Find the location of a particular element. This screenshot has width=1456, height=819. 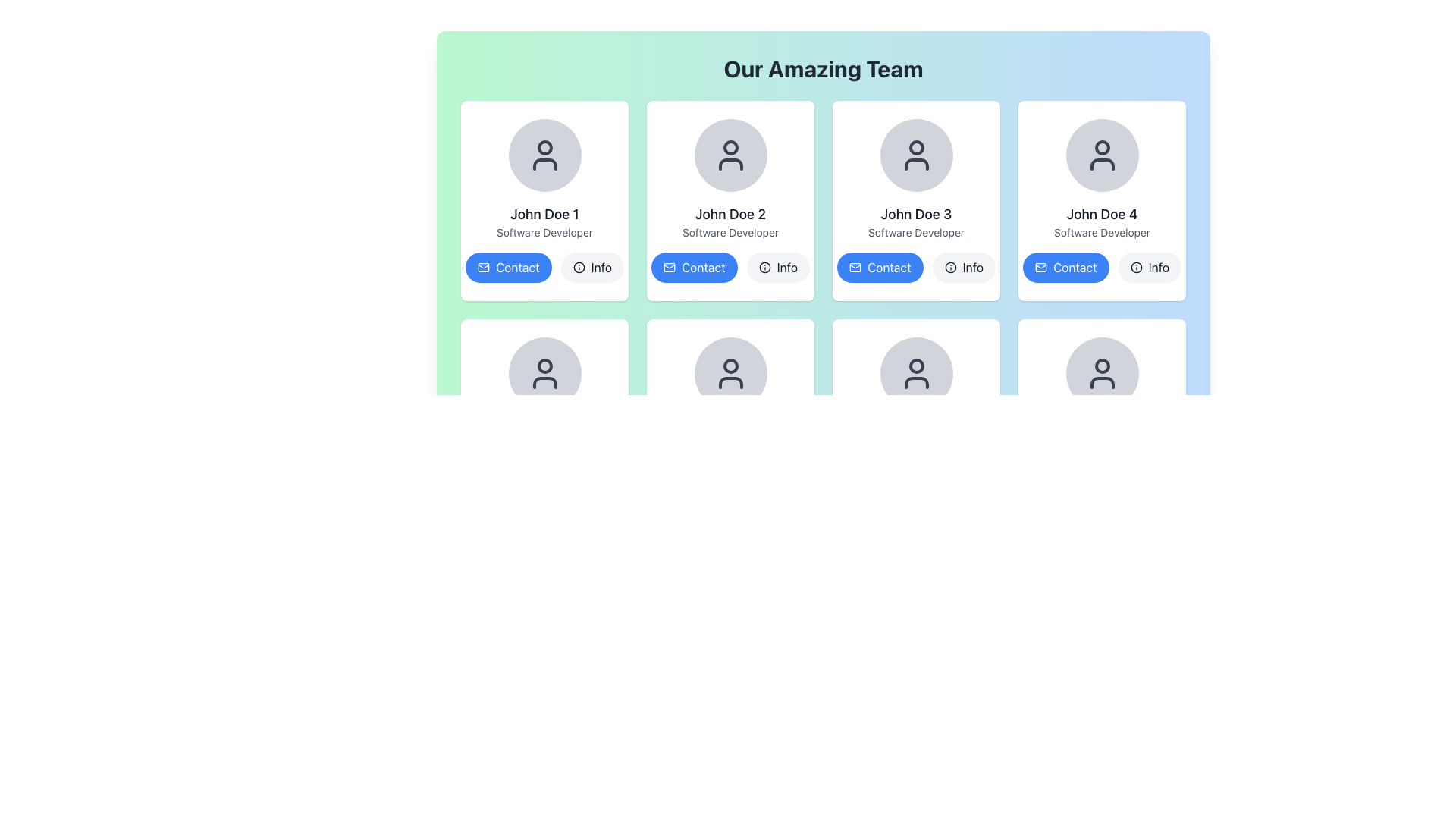

the 'mail' or 'contact' icon located to the left of the 'Contact' text beneath the 'John Doe 3' card in the third column of the top row is located at coordinates (855, 267).